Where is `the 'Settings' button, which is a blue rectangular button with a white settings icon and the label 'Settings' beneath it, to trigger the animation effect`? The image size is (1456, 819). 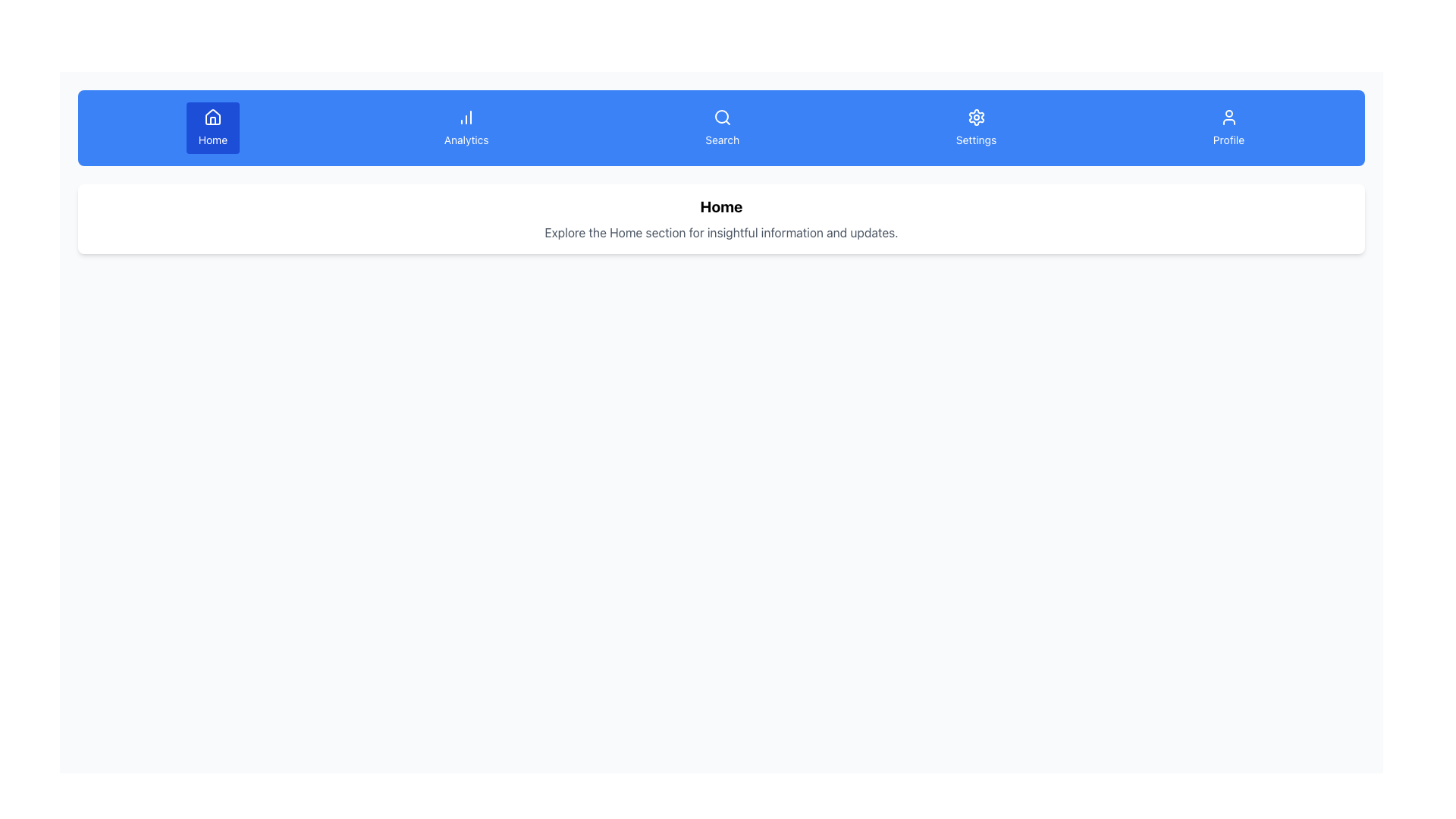 the 'Settings' button, which is a blue rectangular button with a white settings icon and the label 'Settings' beneath it, to trigger the animation effect is located at coordinates (976, 127).